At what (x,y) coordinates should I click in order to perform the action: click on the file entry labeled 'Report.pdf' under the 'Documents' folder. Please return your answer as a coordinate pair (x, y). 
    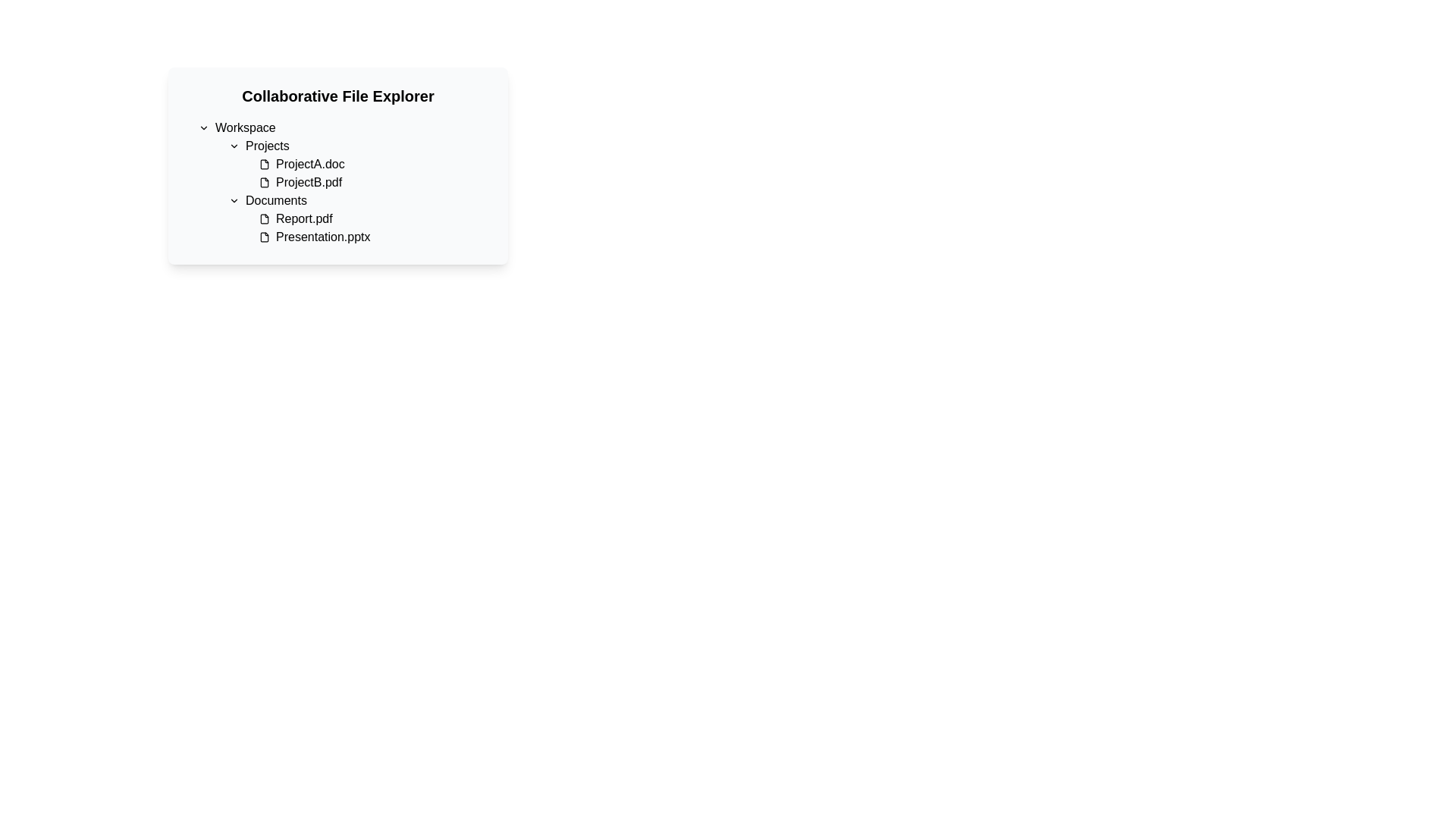
    Looking at the image, I should click on (359, 219).